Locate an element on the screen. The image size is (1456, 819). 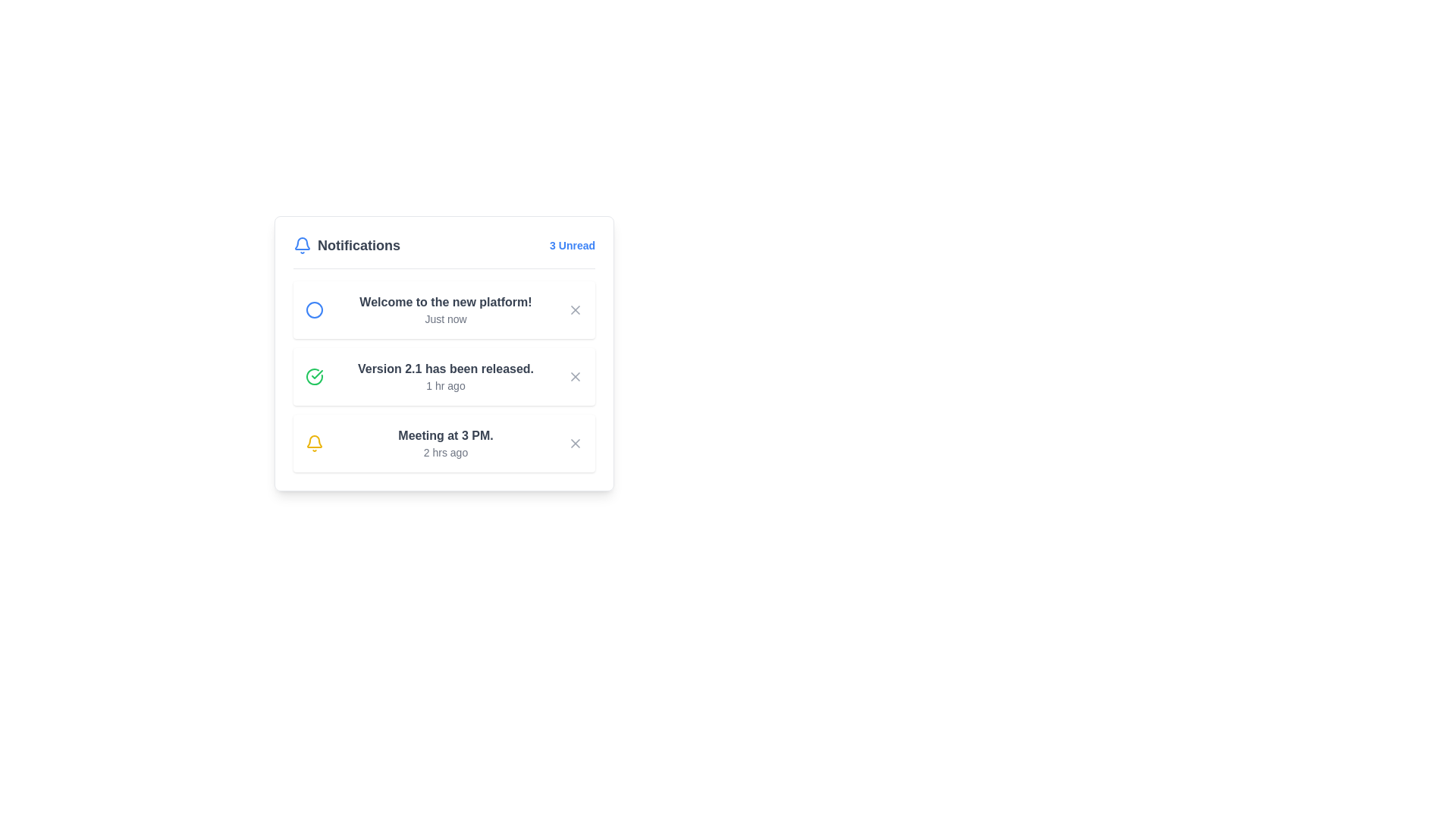
the circular icon with a blue outline located to the left of the notification message 'Welcome to the new platform!' is located at coordinates (313, 309).